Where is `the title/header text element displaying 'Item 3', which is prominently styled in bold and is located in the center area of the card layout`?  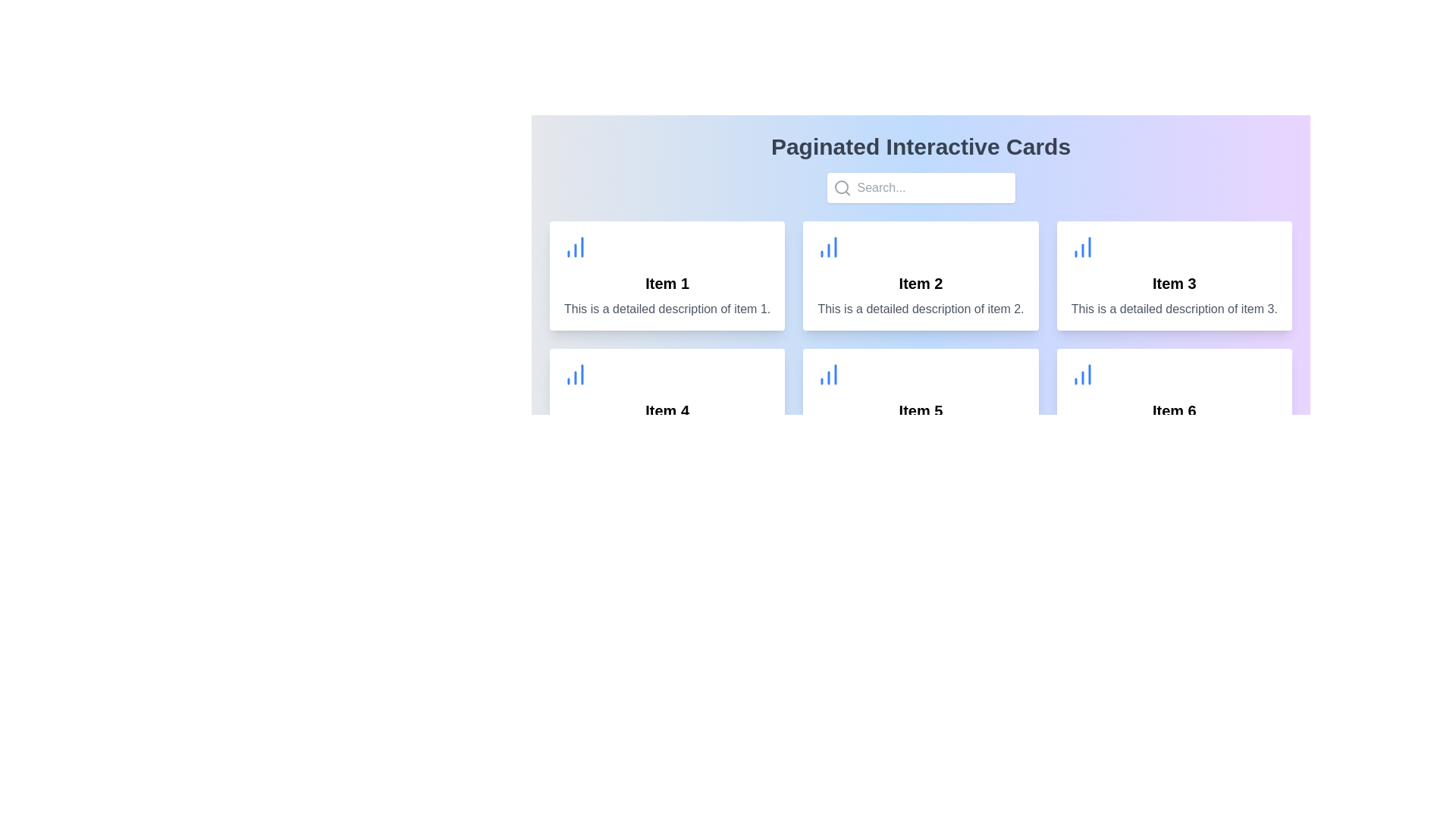
the title/header text element displaying 'Item 3', which is prominently styled in bold and is located in the center area of the card layout is located at coordinates (1173, 284).